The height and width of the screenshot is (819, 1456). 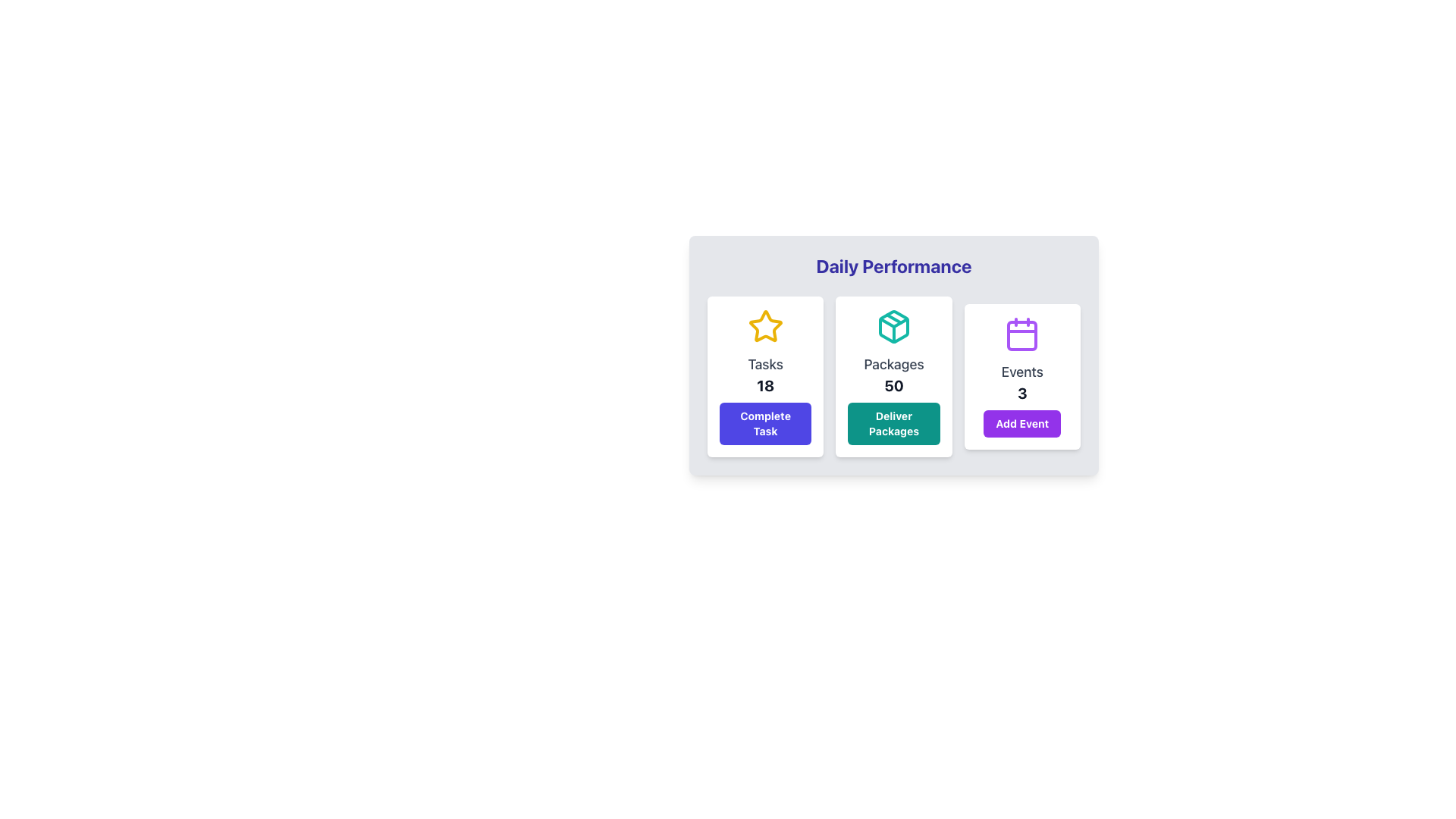 What do you see at coordinates (894, 265) in the screenshot?
I see `the heading text that reads 'Daily Performance', which is styled in bold, large indigo font and positioned at the top-center of the card layout` at bounding box center [894, 265].